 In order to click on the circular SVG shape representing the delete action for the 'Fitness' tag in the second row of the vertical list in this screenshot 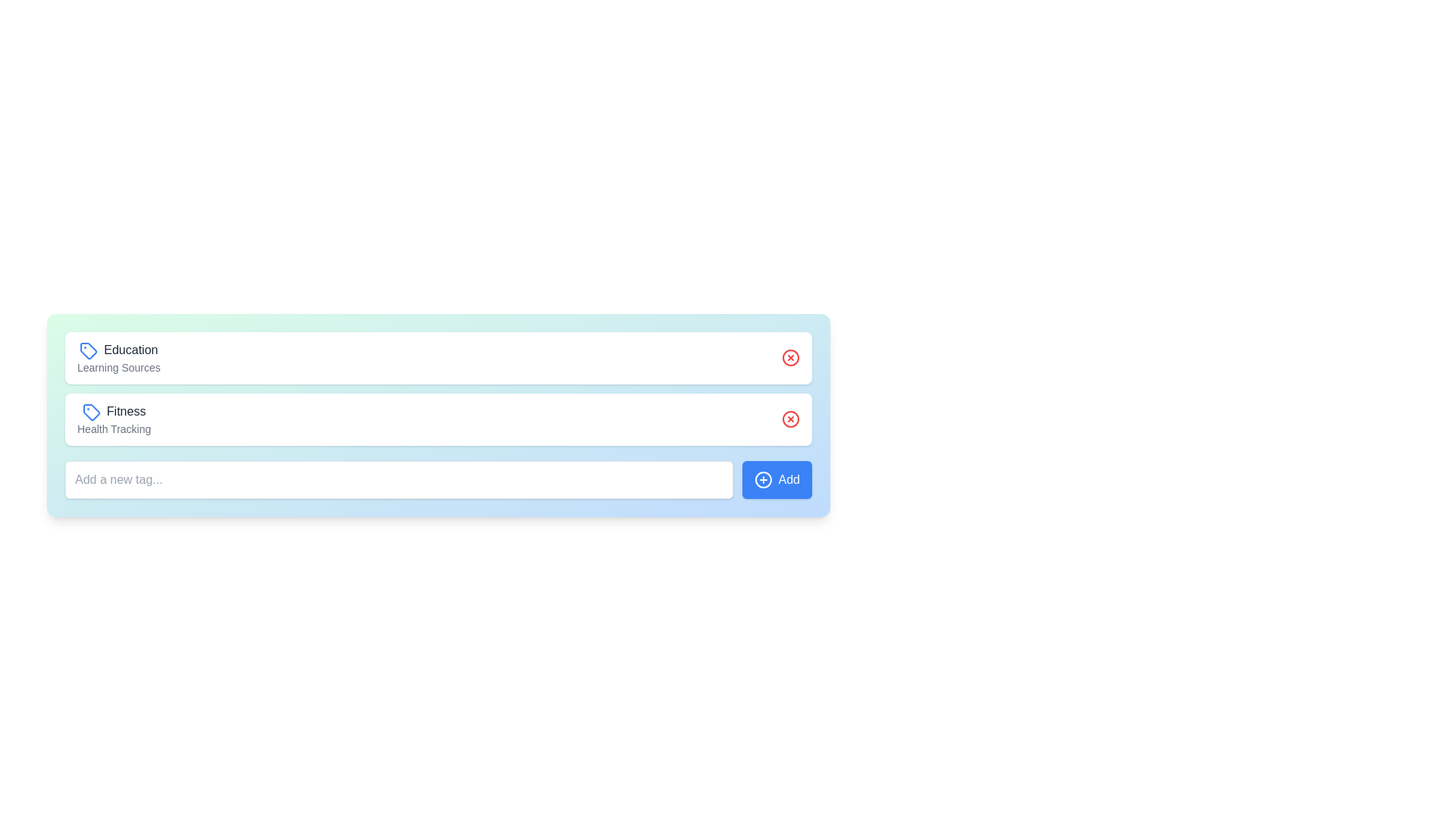, I will do `click(789, 419)`.